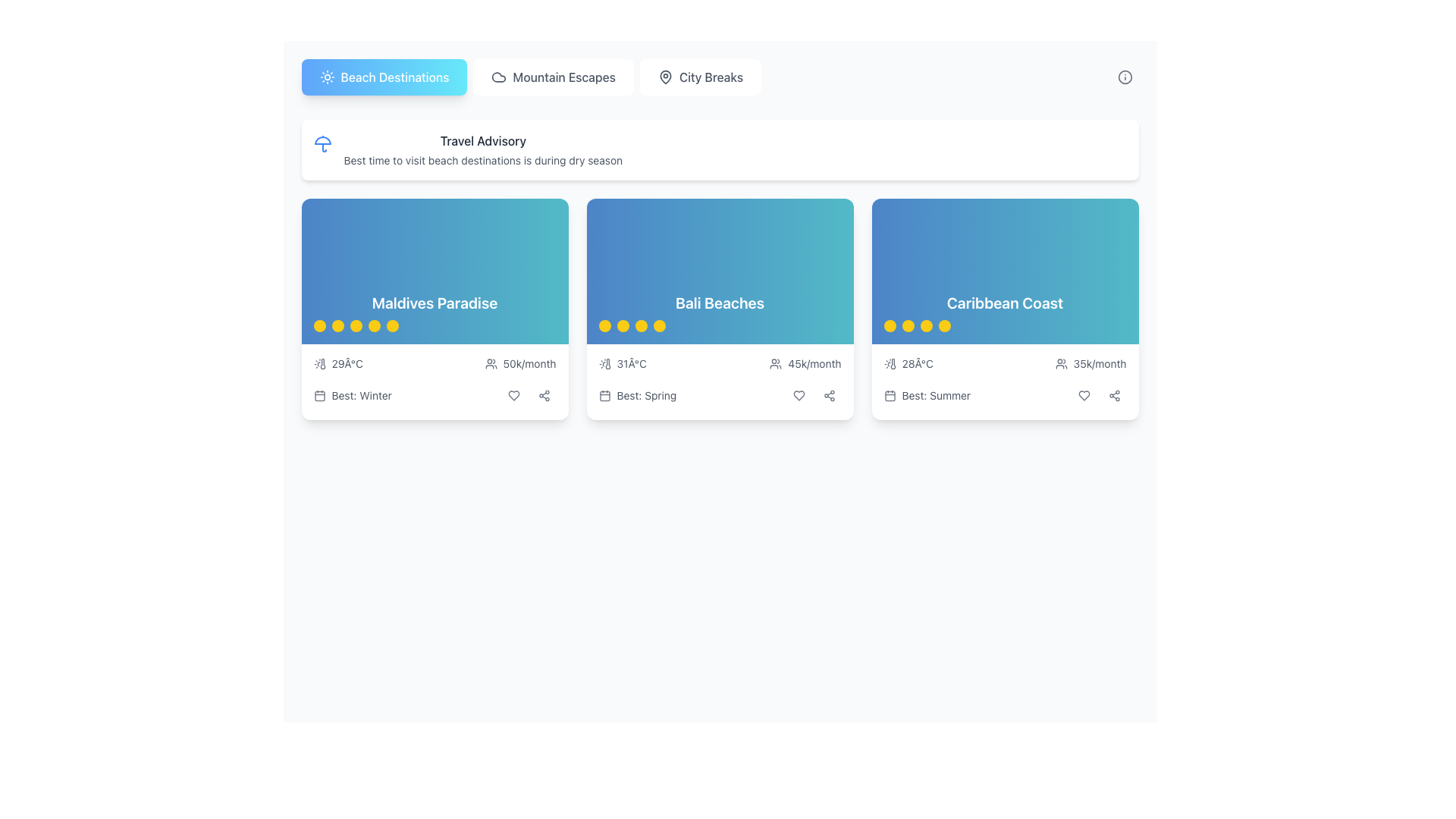  What do you see at coordinates (384, 77) in the screenshot?
I see `the 'Beach Destinations' button located at the top-left section of the interface, which is the first tab in a horizontal navigation bar, to observe interactive effects` at bounding box center [384, 77].